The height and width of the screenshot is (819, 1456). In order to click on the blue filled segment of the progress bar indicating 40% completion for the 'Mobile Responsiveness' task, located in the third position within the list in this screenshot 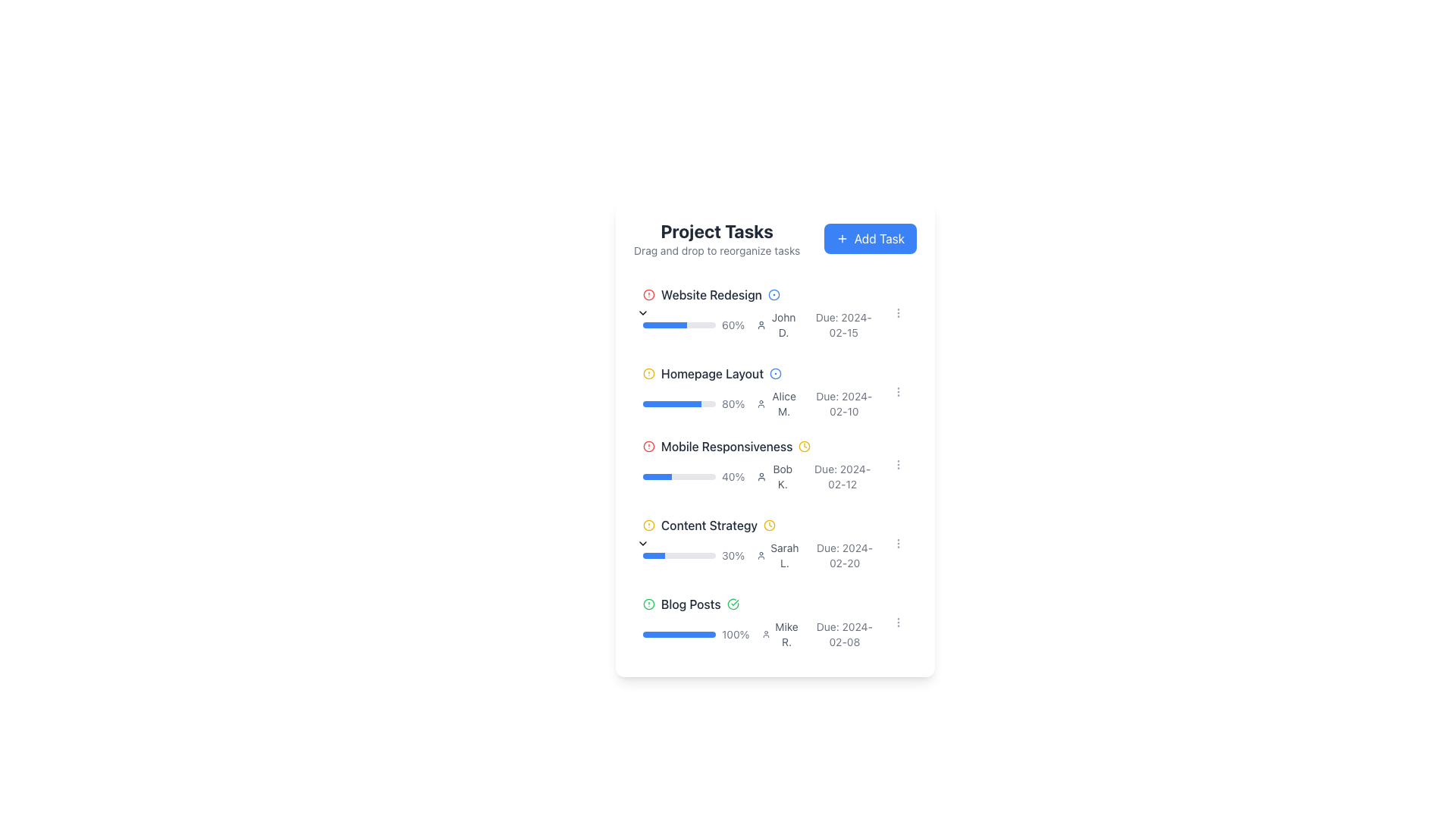, I will do `click(657, 475)`.